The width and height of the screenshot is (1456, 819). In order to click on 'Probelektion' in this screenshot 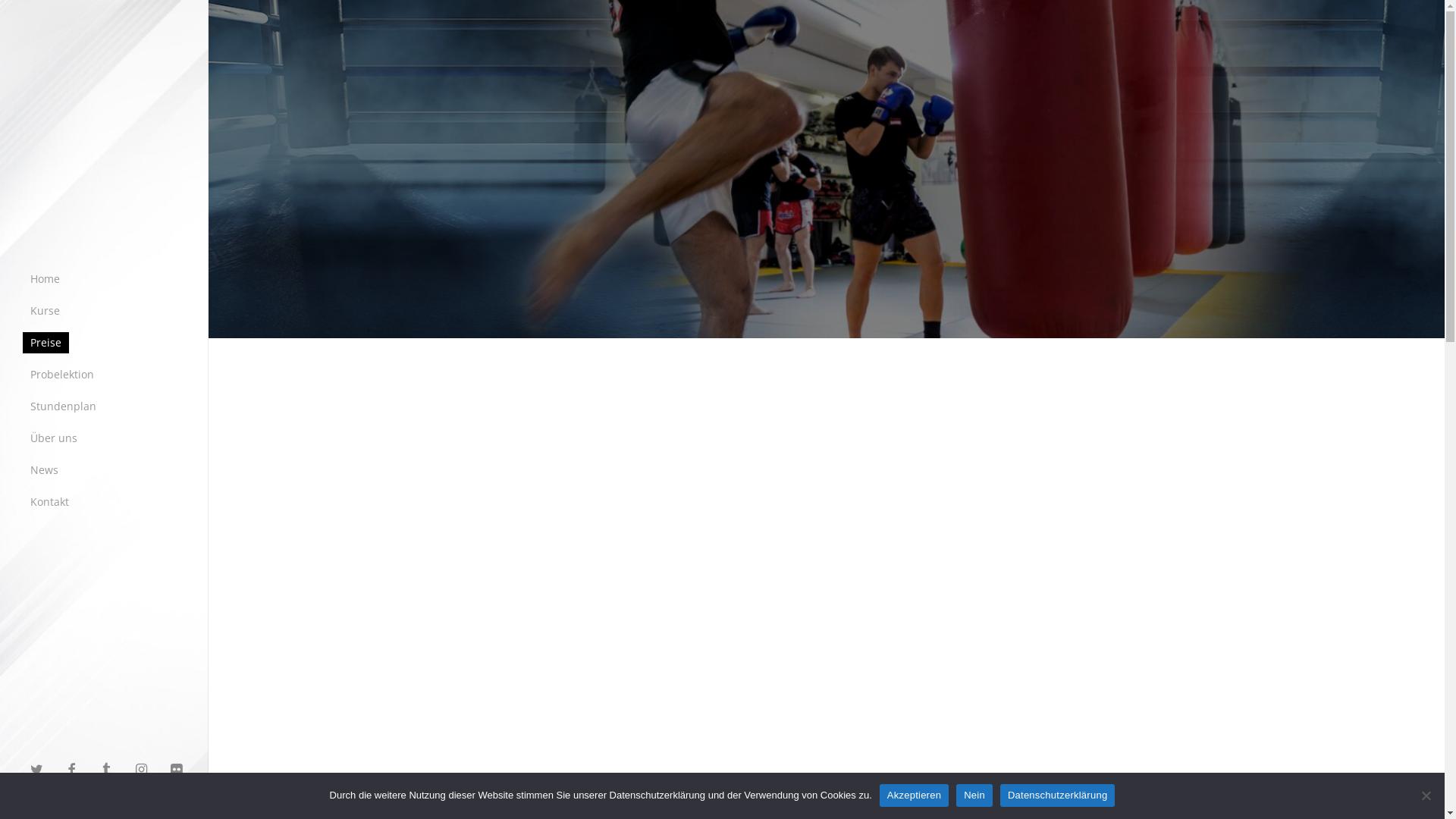, I will do `click(61, 374)`.